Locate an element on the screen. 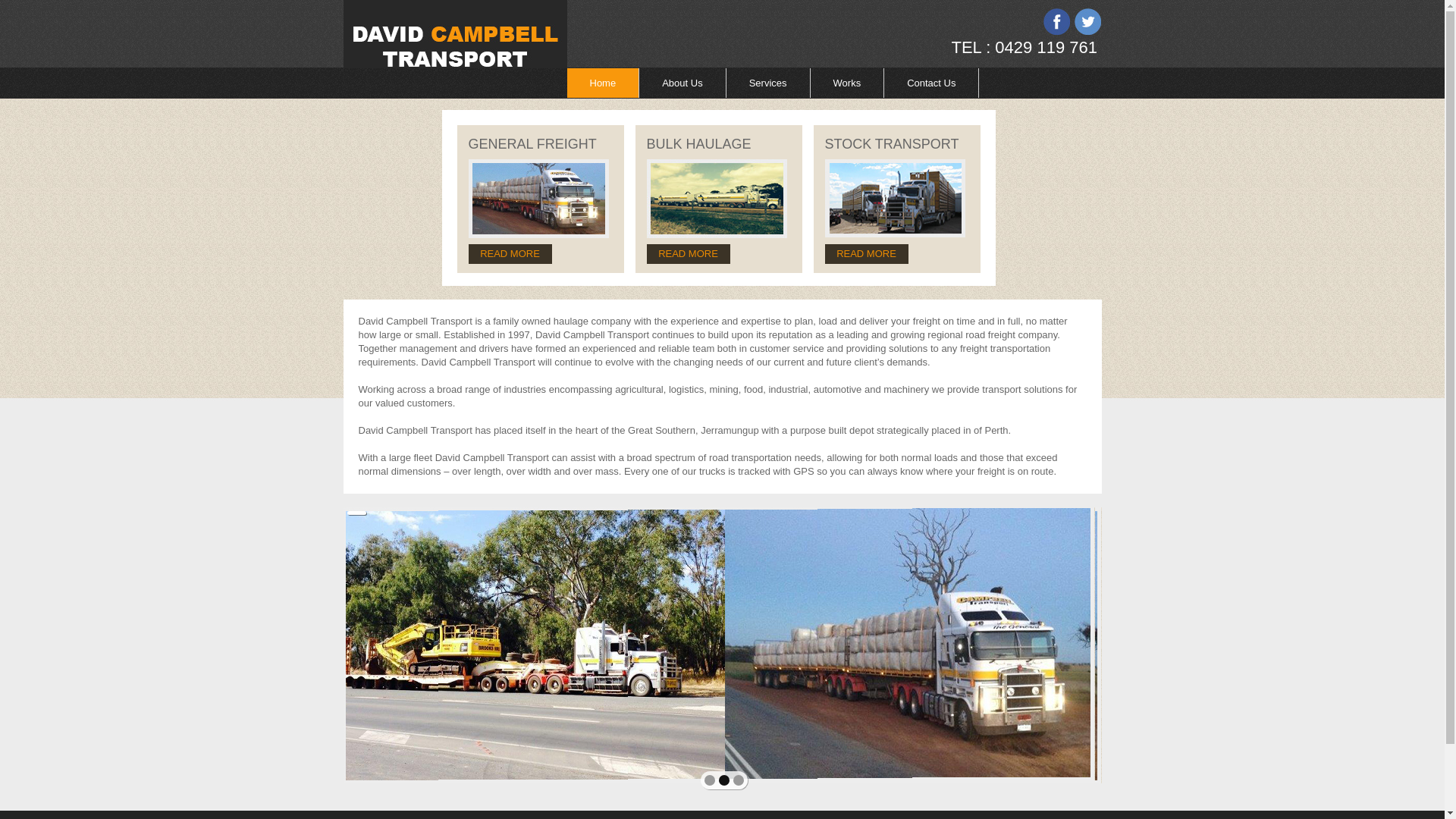 Image resolution: width=1456 pixels, height=819 pixels. 'GENERAL FREIGHT' is located at coordinates (532, 143).